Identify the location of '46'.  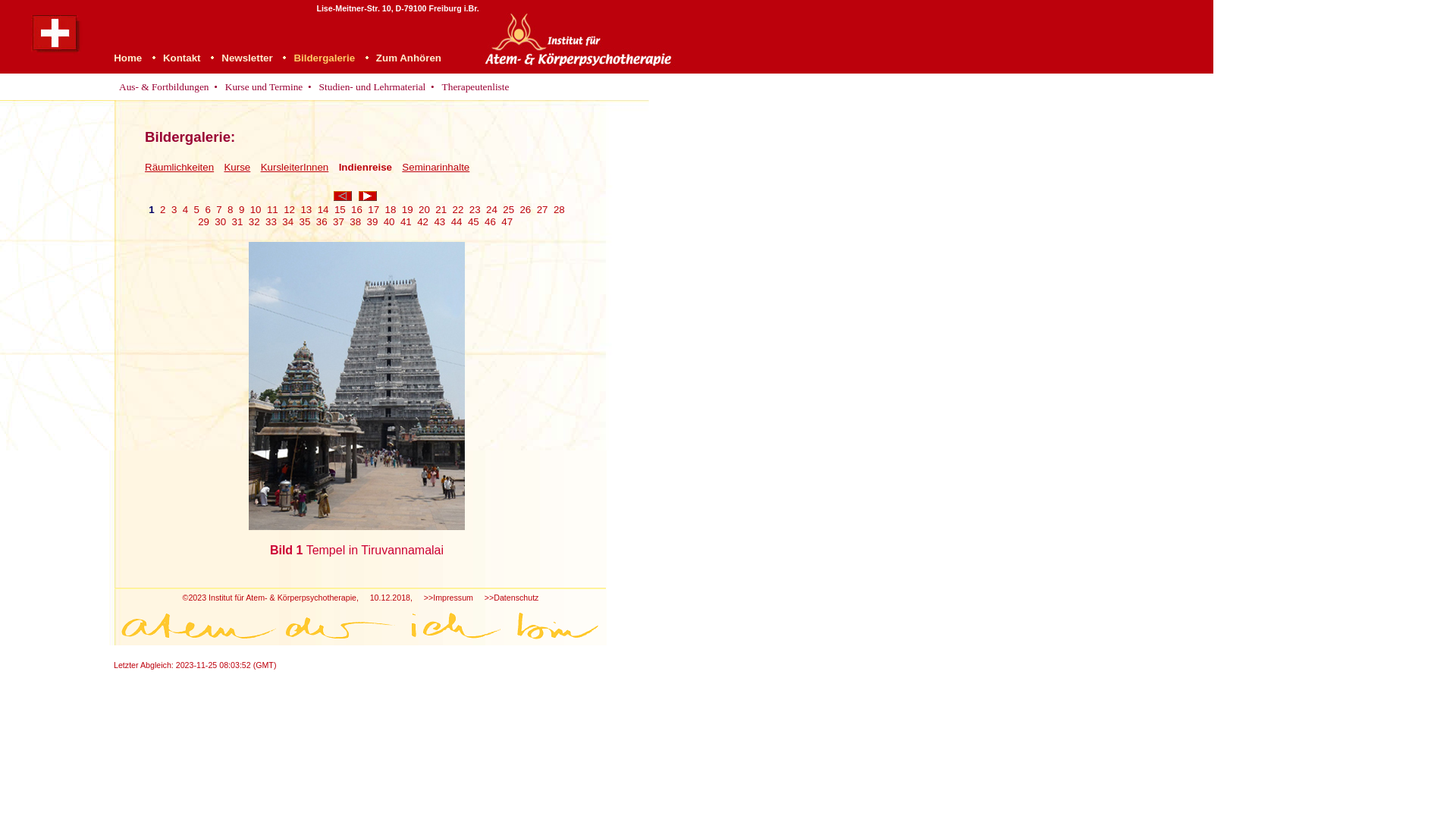
(490, 221).